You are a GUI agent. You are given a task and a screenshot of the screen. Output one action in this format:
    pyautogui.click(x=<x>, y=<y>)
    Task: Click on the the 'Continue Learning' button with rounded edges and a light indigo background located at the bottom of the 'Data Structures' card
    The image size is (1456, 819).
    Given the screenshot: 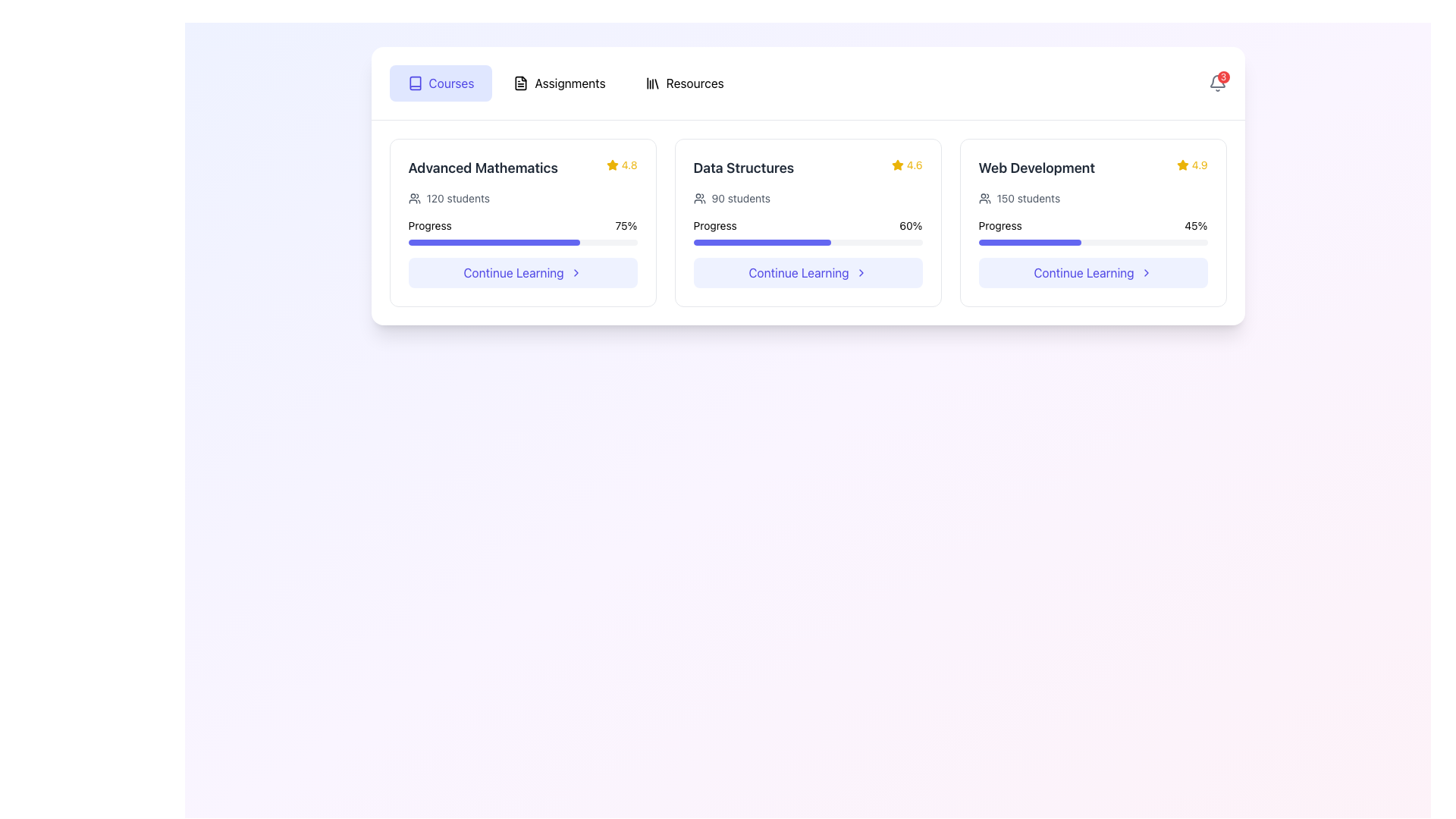 What is the action you would take?
    pyautogui.click(x=807, y=271)
    